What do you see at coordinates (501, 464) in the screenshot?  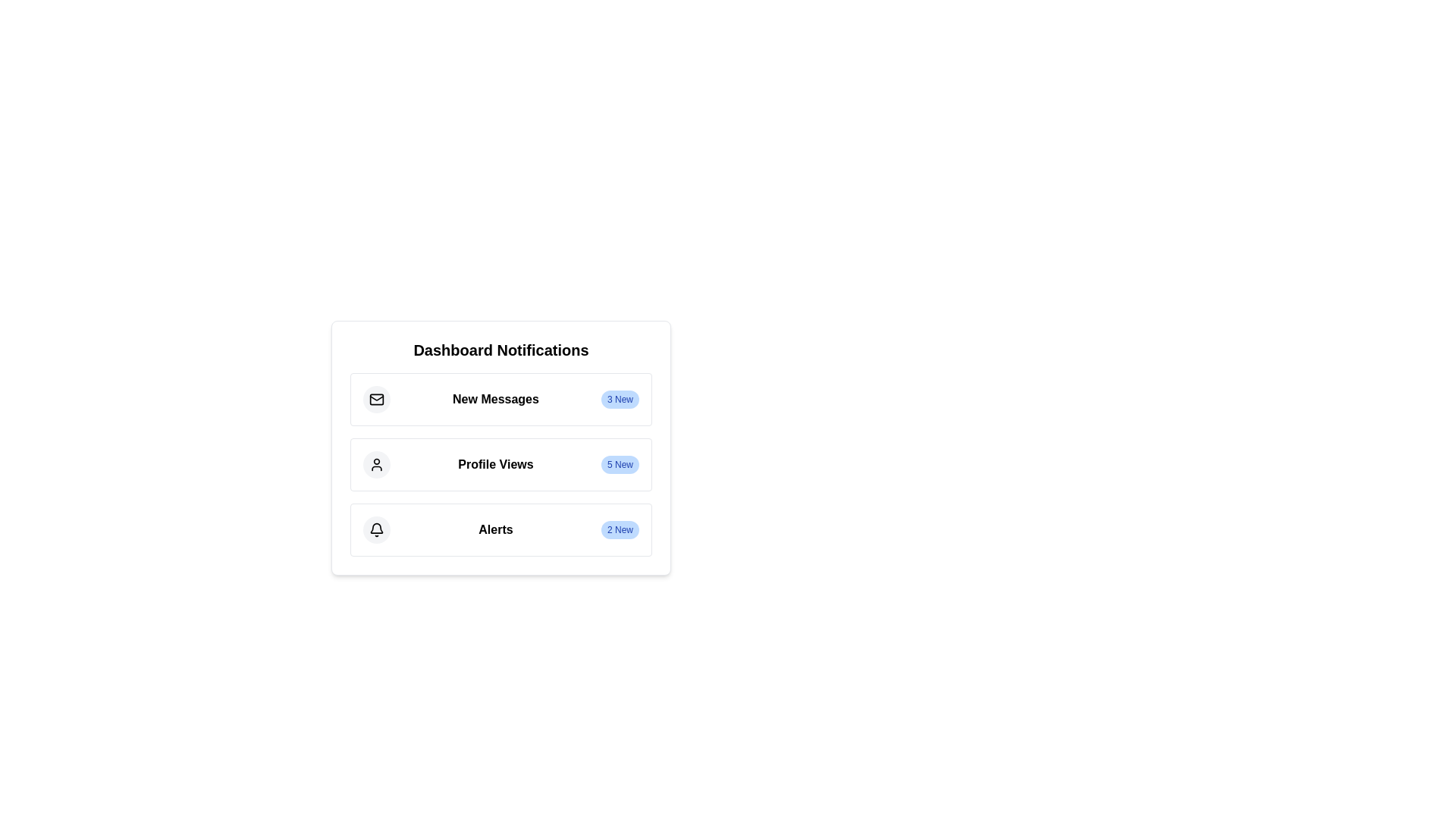 I see `the Notification Item displaying 'Profile Views' with a blue badge indicating '5 New', located between 'New Messages' and 'Alerts'` at bounding box center [501, 464].